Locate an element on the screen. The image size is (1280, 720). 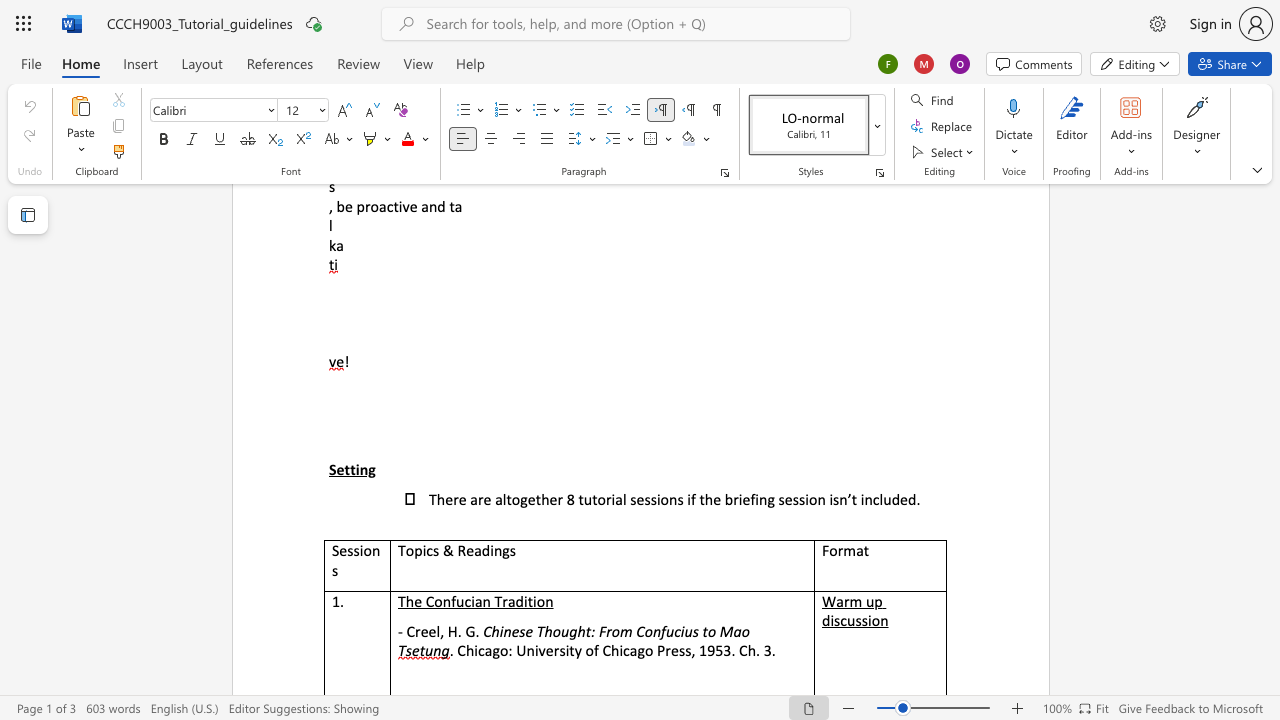
the space between the continuous character "u" and "d" in the text is located at coordinates (890, 498).